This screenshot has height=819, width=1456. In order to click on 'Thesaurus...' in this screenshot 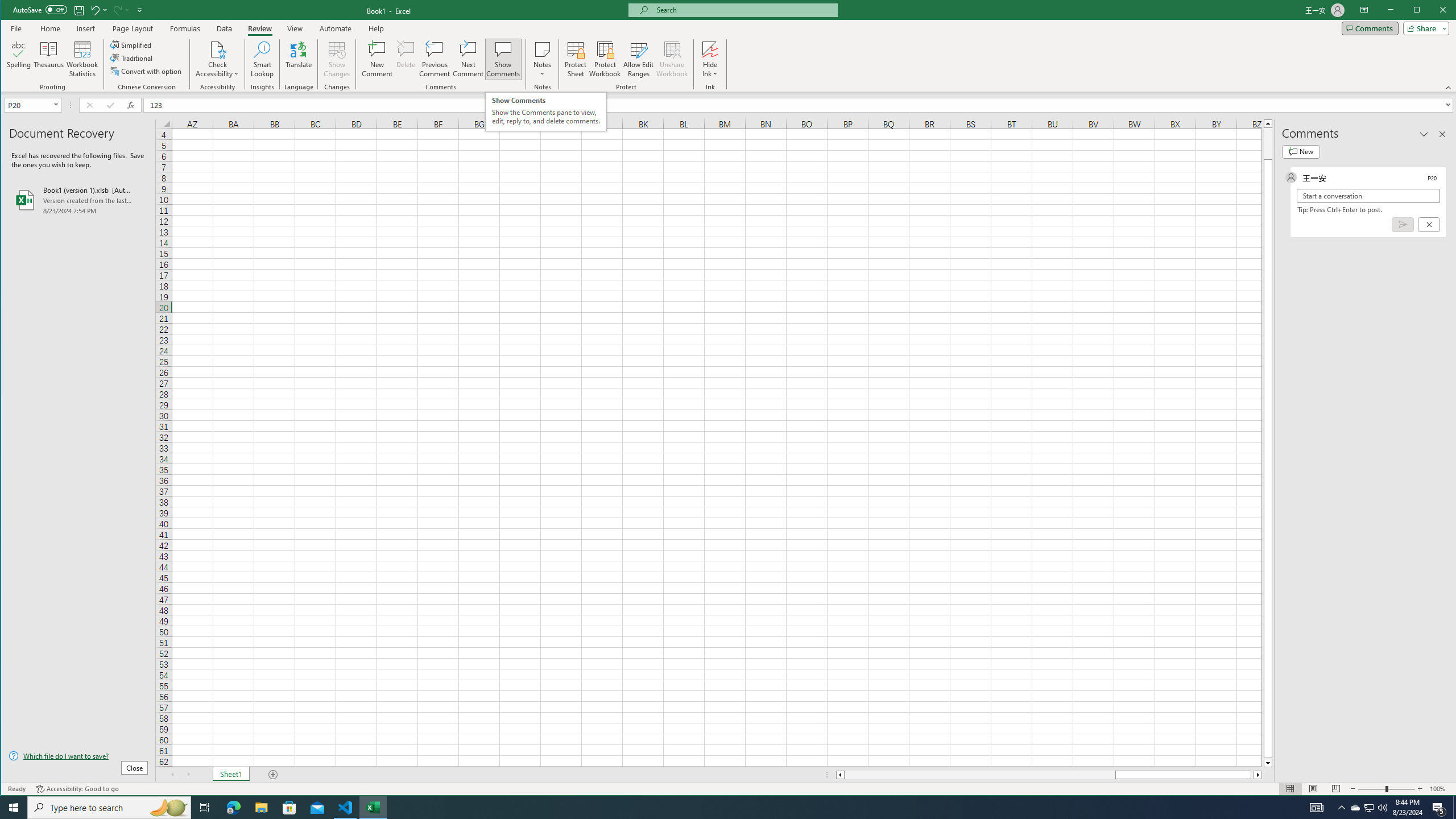, I will do `click(48, 59)`.